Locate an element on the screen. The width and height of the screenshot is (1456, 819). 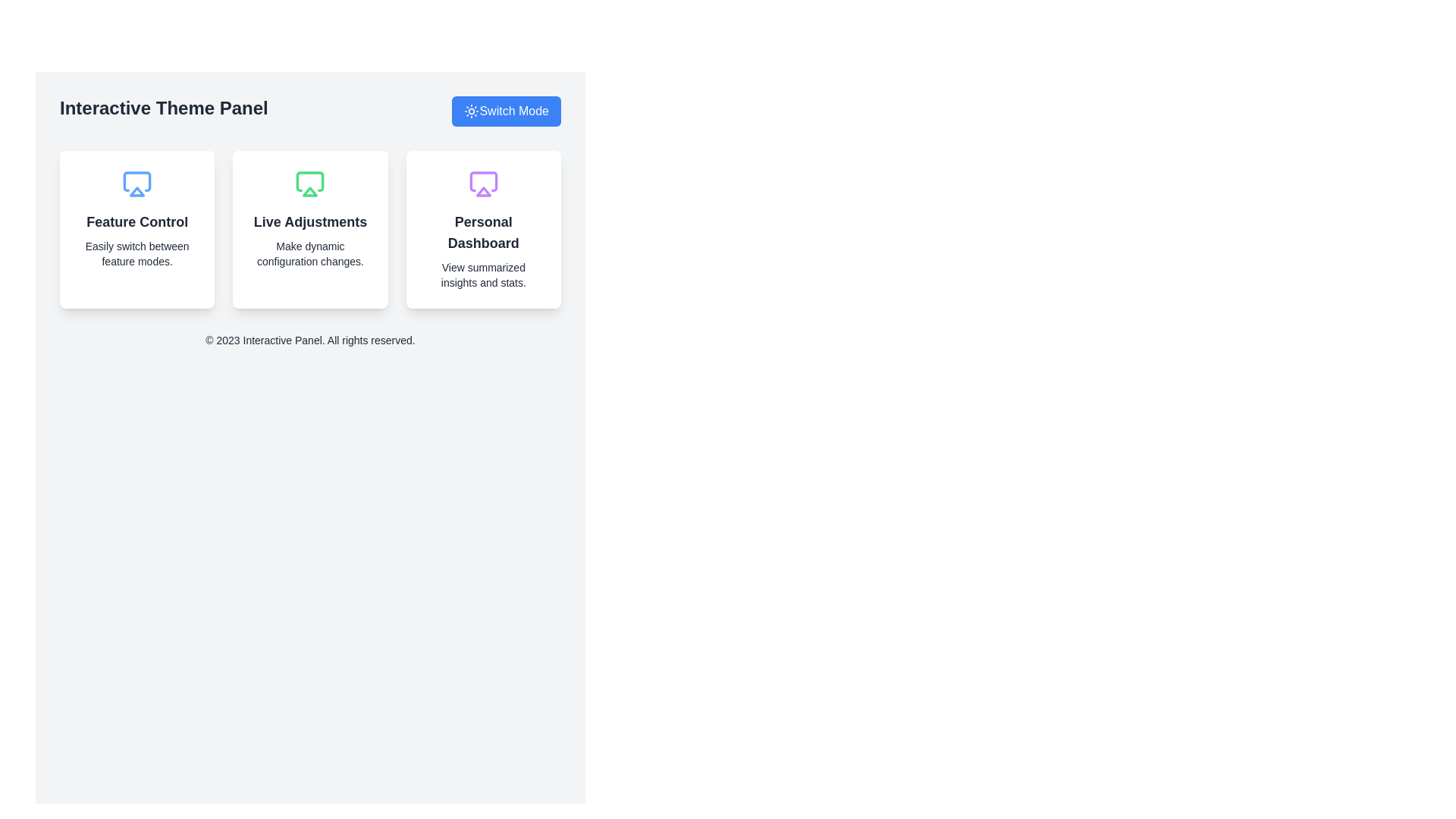
the third card in the dashboard that summarizes key insights and statistics to interact with it is located at coordinates (482, 230).